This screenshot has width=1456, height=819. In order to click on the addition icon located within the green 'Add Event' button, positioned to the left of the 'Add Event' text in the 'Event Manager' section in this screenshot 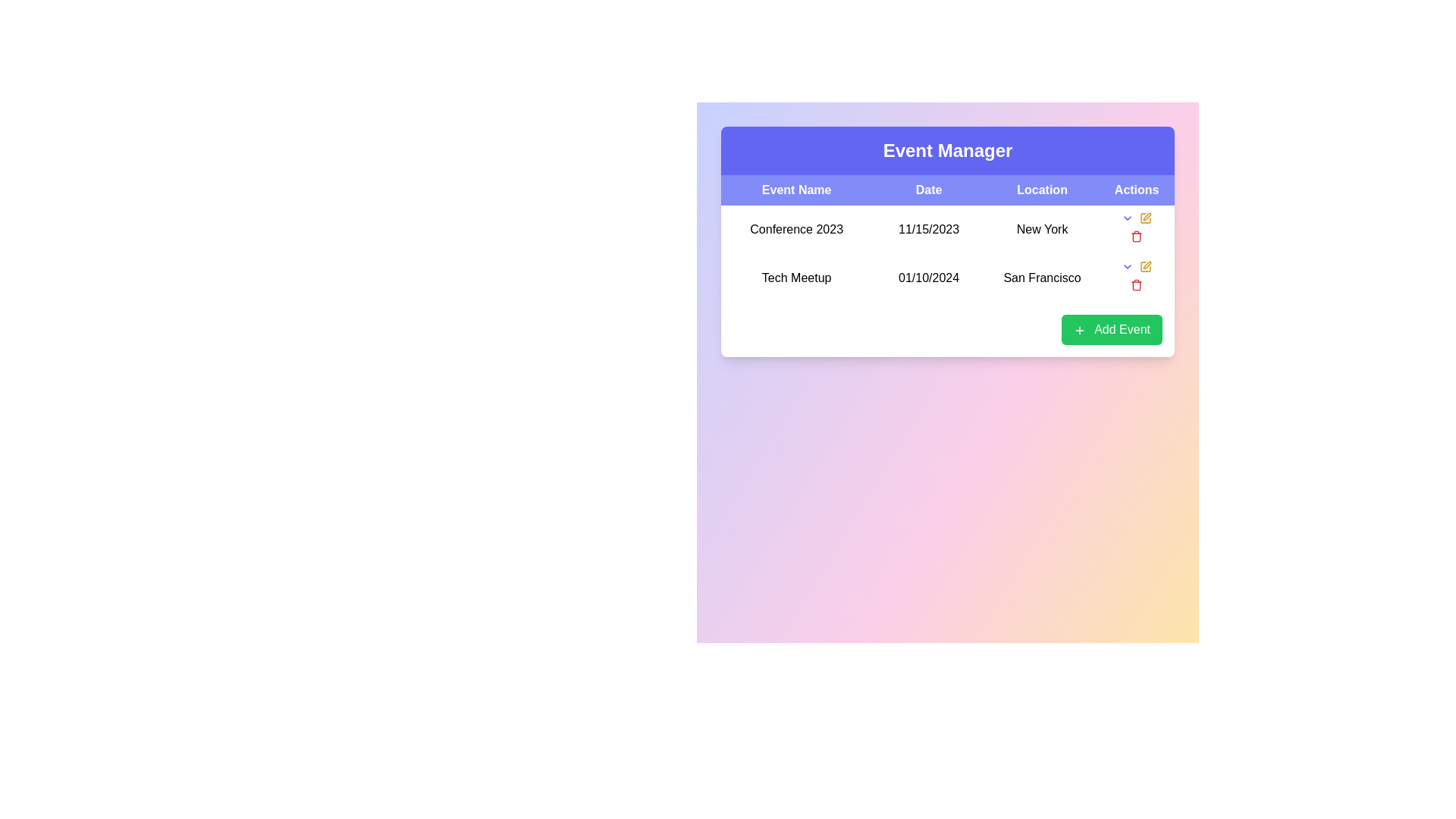, I will do `click(1078, 329)`.